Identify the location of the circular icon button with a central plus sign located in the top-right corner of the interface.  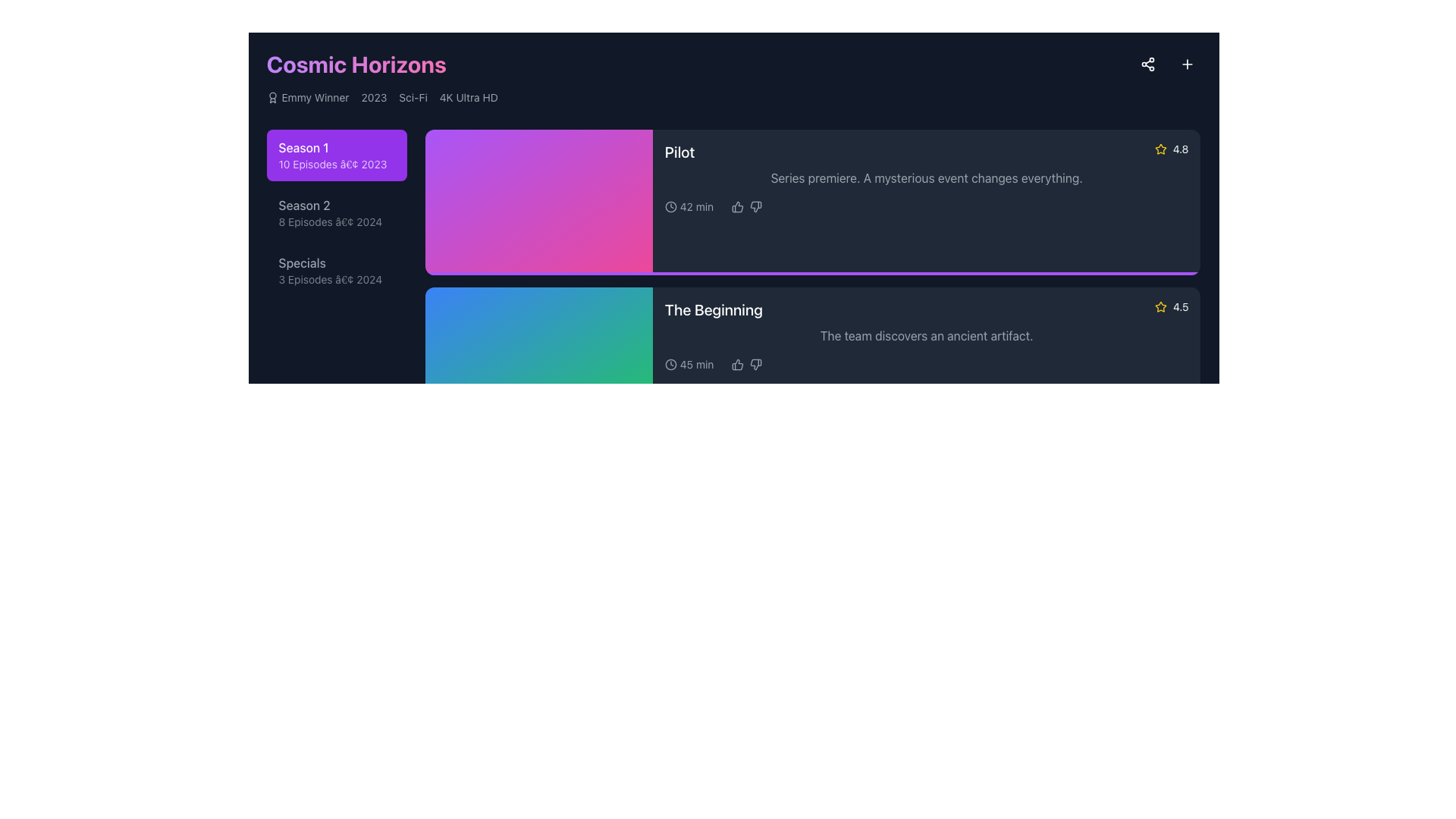
(1186, 63).